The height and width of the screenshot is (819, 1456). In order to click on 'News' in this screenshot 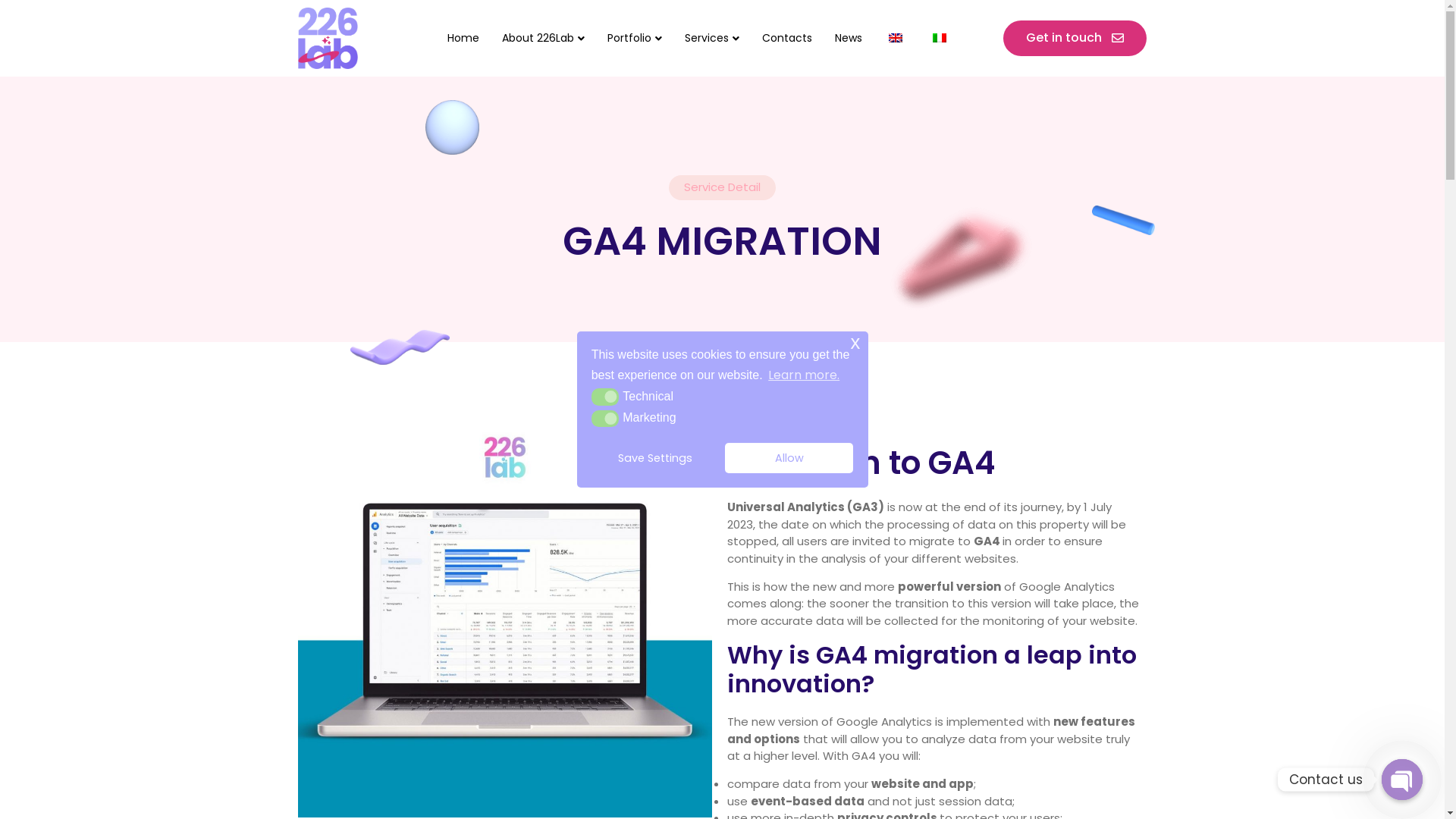, I will do `click(822, 37)`.